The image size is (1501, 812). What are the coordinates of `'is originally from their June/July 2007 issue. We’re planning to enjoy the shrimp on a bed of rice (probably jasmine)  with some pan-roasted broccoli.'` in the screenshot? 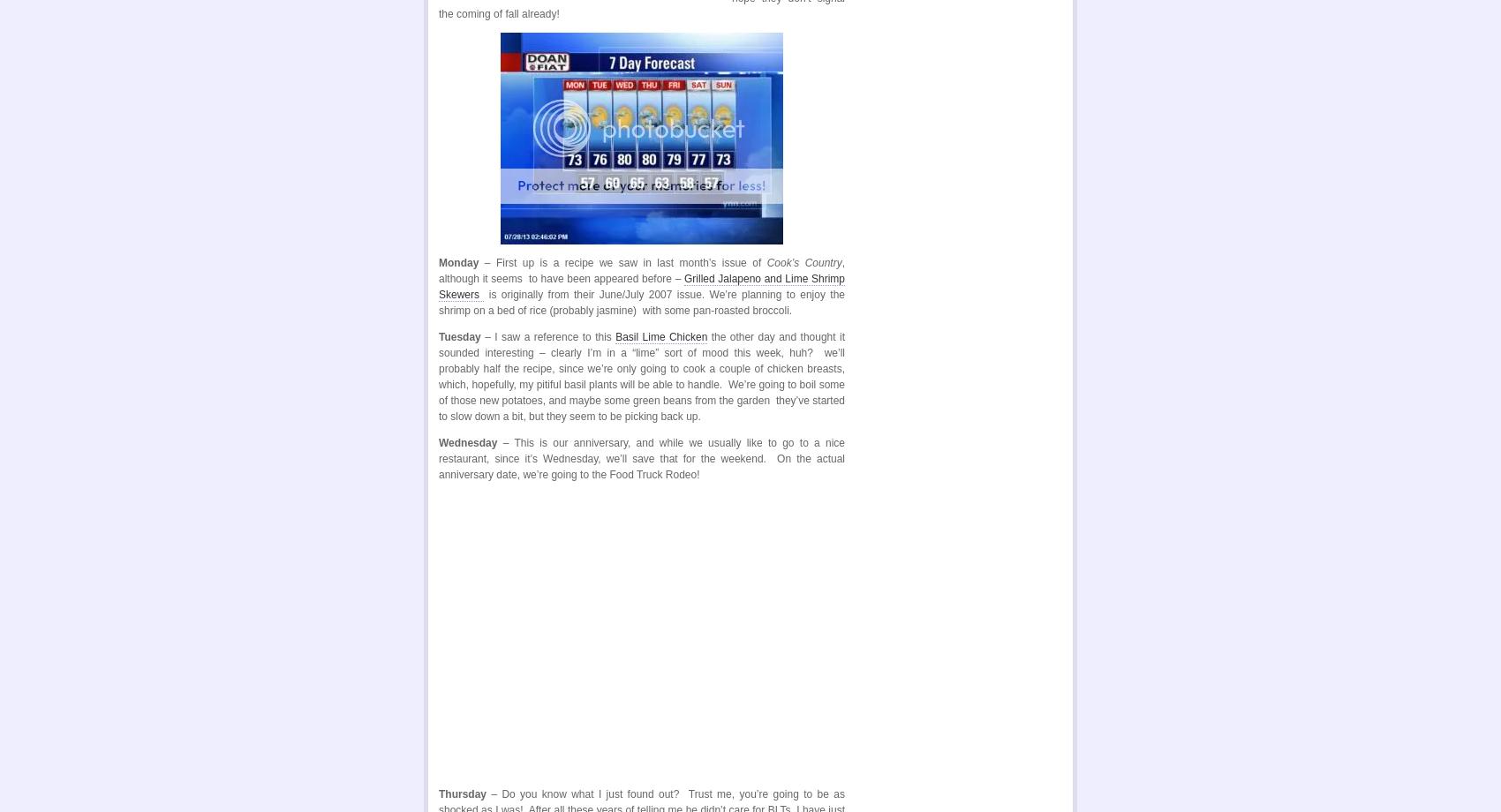 It's located at (641, 302).